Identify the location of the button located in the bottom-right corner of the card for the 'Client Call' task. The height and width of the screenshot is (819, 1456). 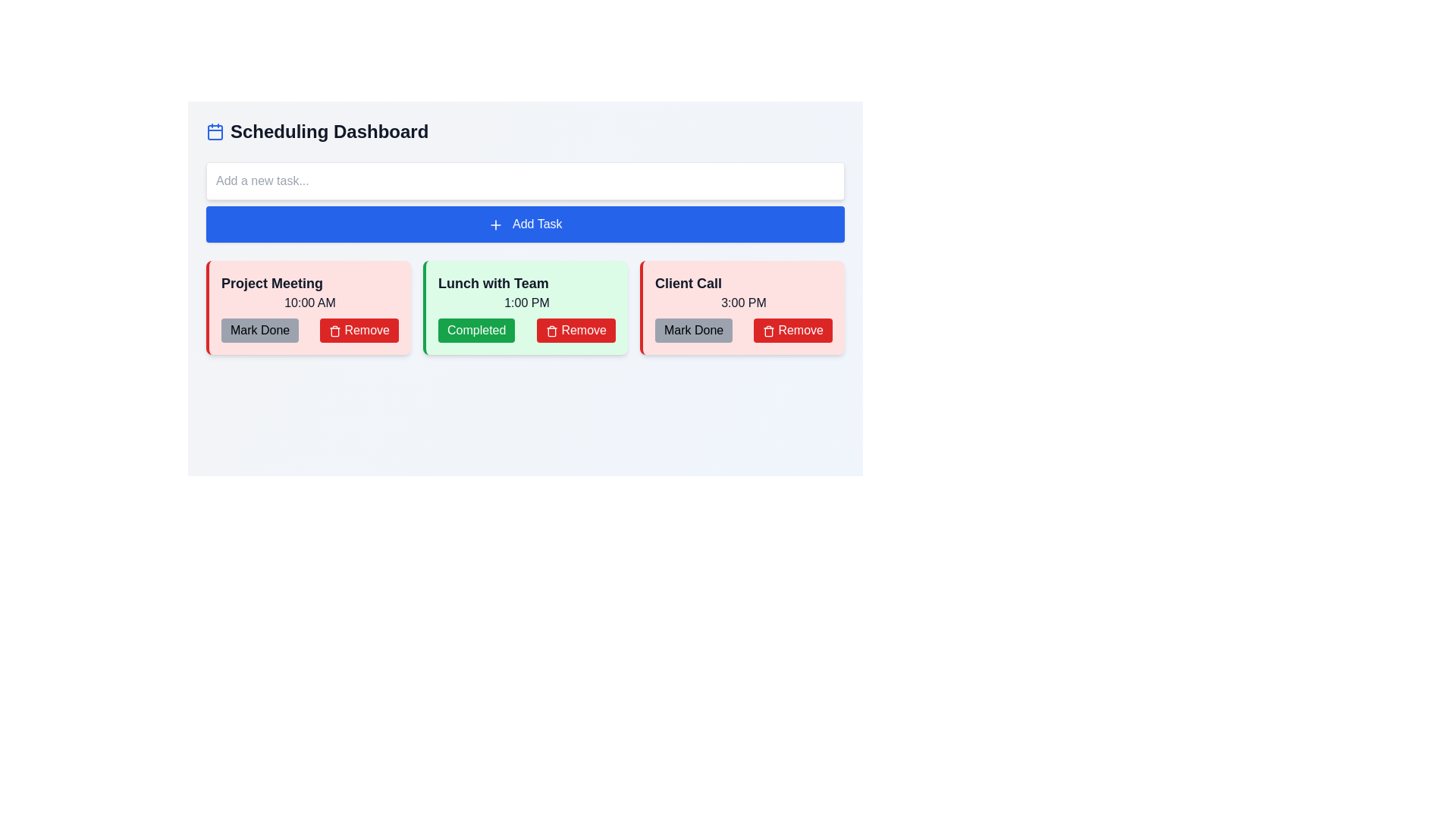
(792, 329).